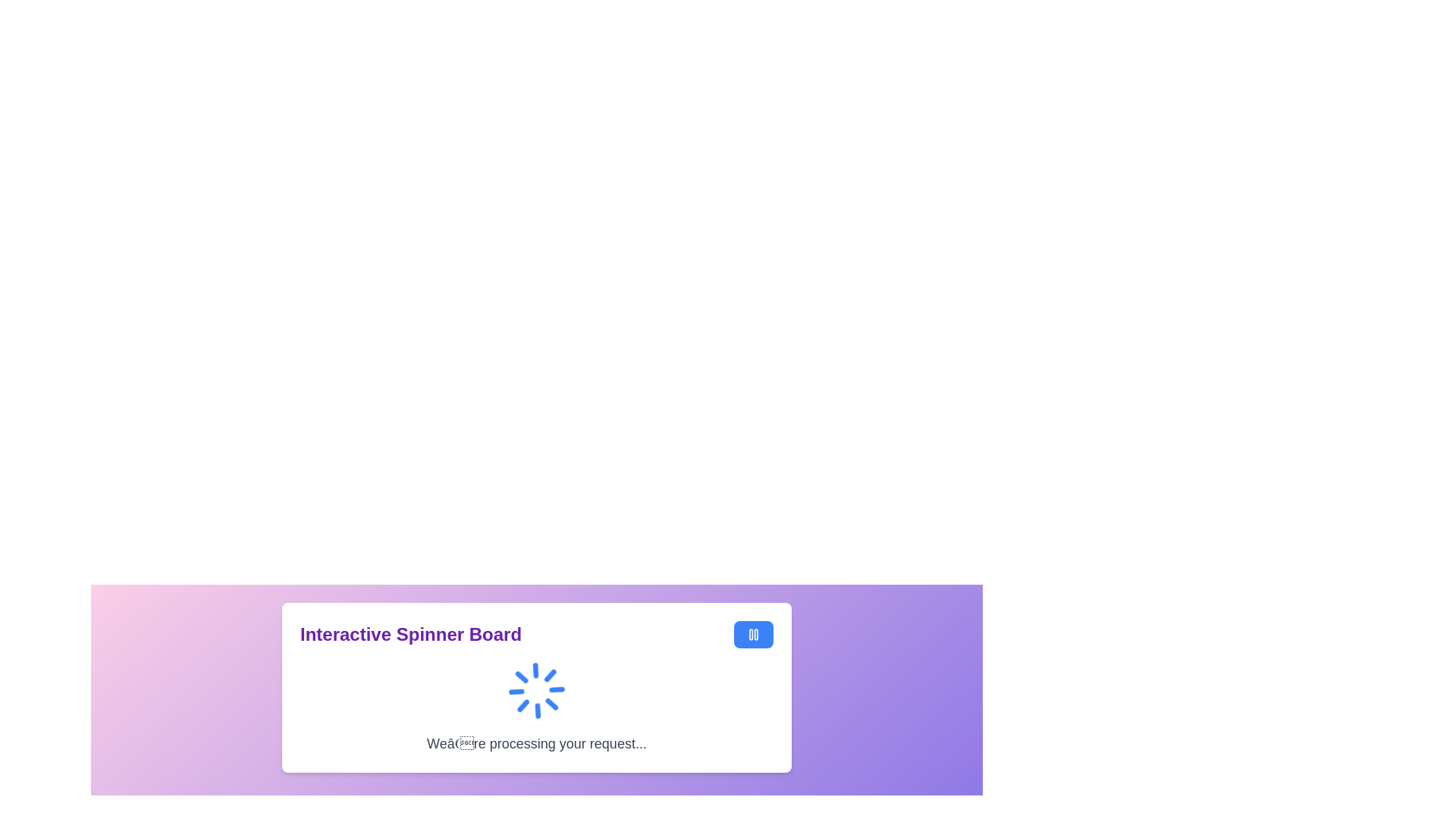  What do you see at coordinates (753, 635) in the screenshot?
I see `the pause icon, which consists of two vertical bars within a rounded rectangular blue button located in the top-right corner of a white card on a purple gradient background` at bounding box center [753, 635].